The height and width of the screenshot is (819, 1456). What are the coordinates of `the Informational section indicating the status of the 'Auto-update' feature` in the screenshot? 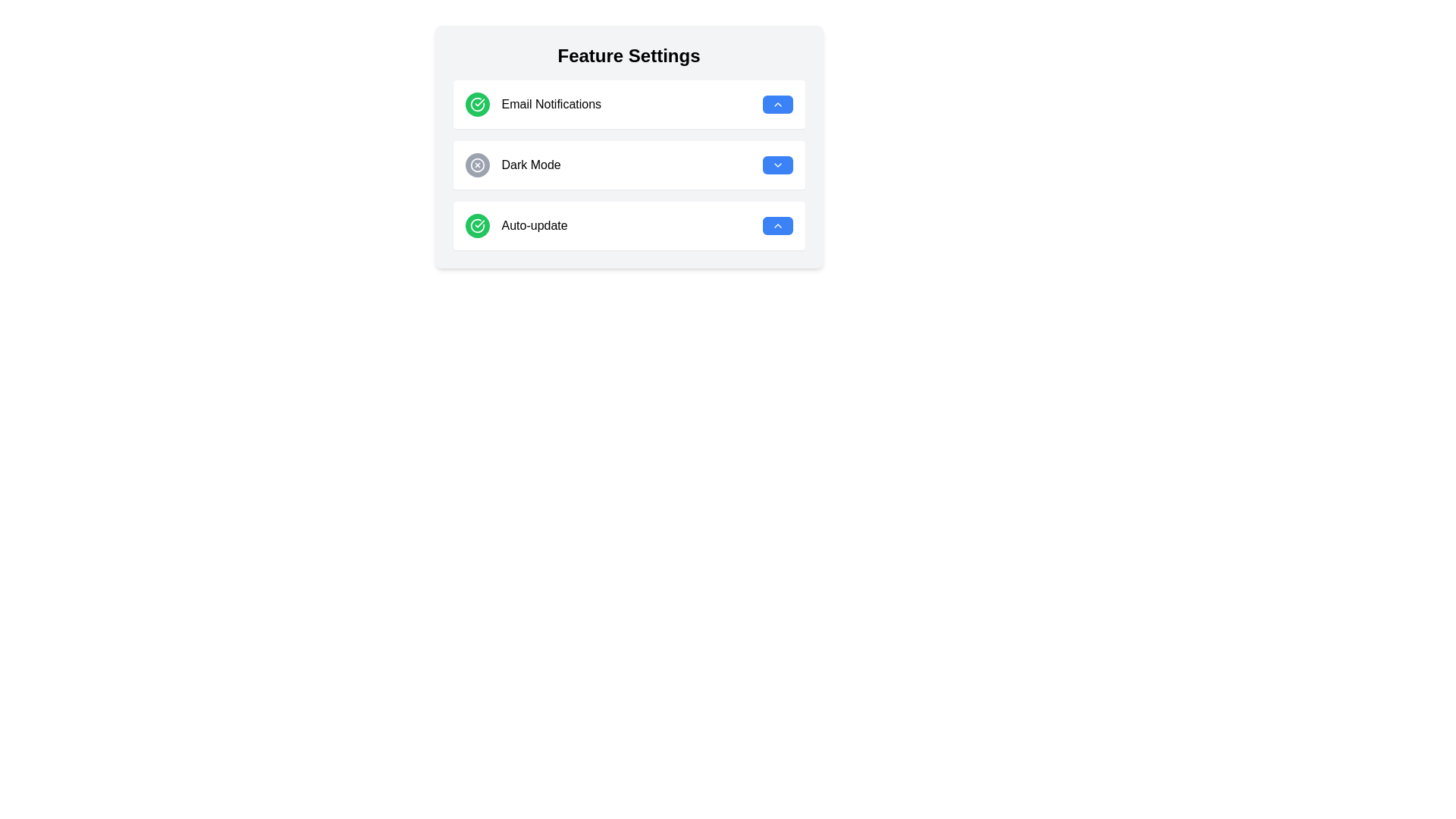 It's located at (629, 225).